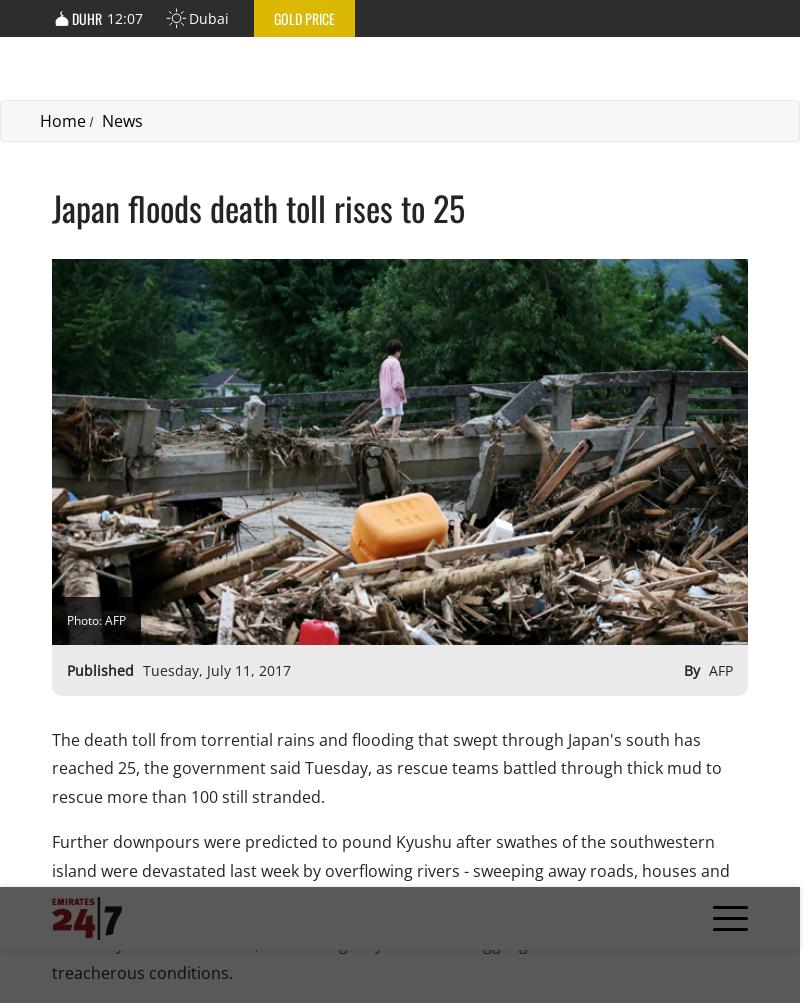 The image size is (812, 1003). Describe the element at coordinates (391, 291) in the screenshot. I see `'Some 12,000 rescuers were making "utmost" efforts to find survivors and clear washed up driftwood hampering the search, Suga said.'` at that location.